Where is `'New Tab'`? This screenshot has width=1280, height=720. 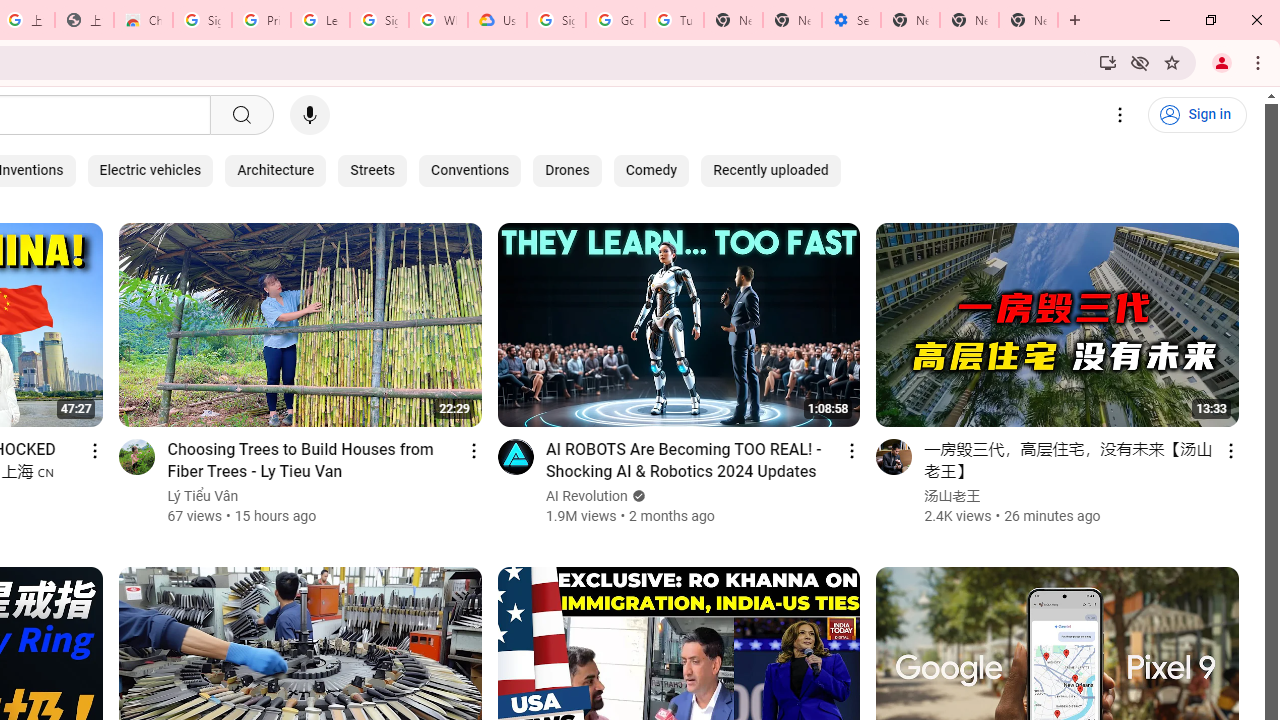 'New Tab' is located at coordinates (1028, 20).